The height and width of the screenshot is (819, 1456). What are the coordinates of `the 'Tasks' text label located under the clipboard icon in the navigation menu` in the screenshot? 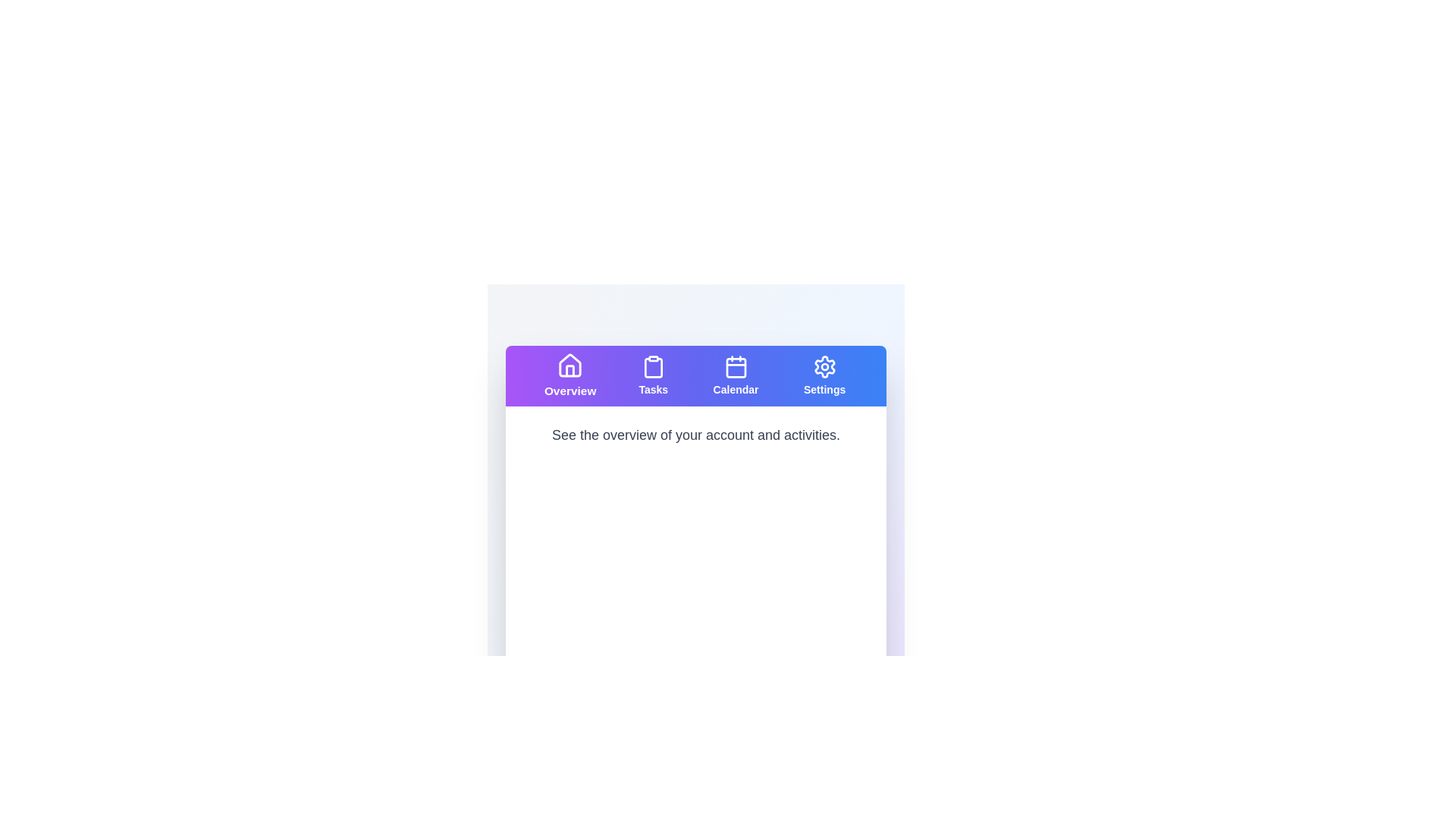 It's located at (653, 389).